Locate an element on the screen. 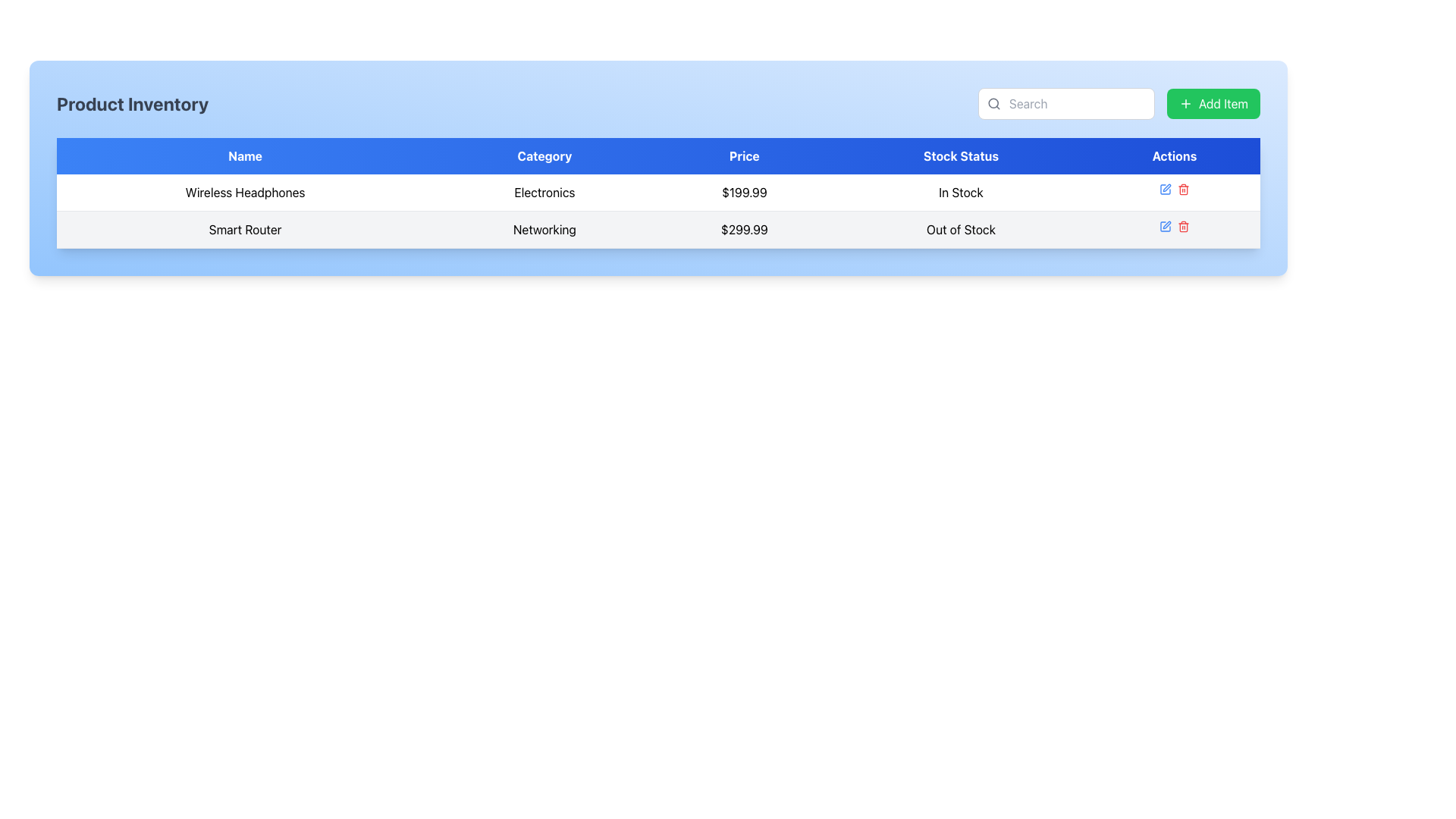 Image resolution: width=1456 pixels, height=819 pixels. the search input area icon located at the top-left corner of the search bar input field is located at coordinates (993, 103).